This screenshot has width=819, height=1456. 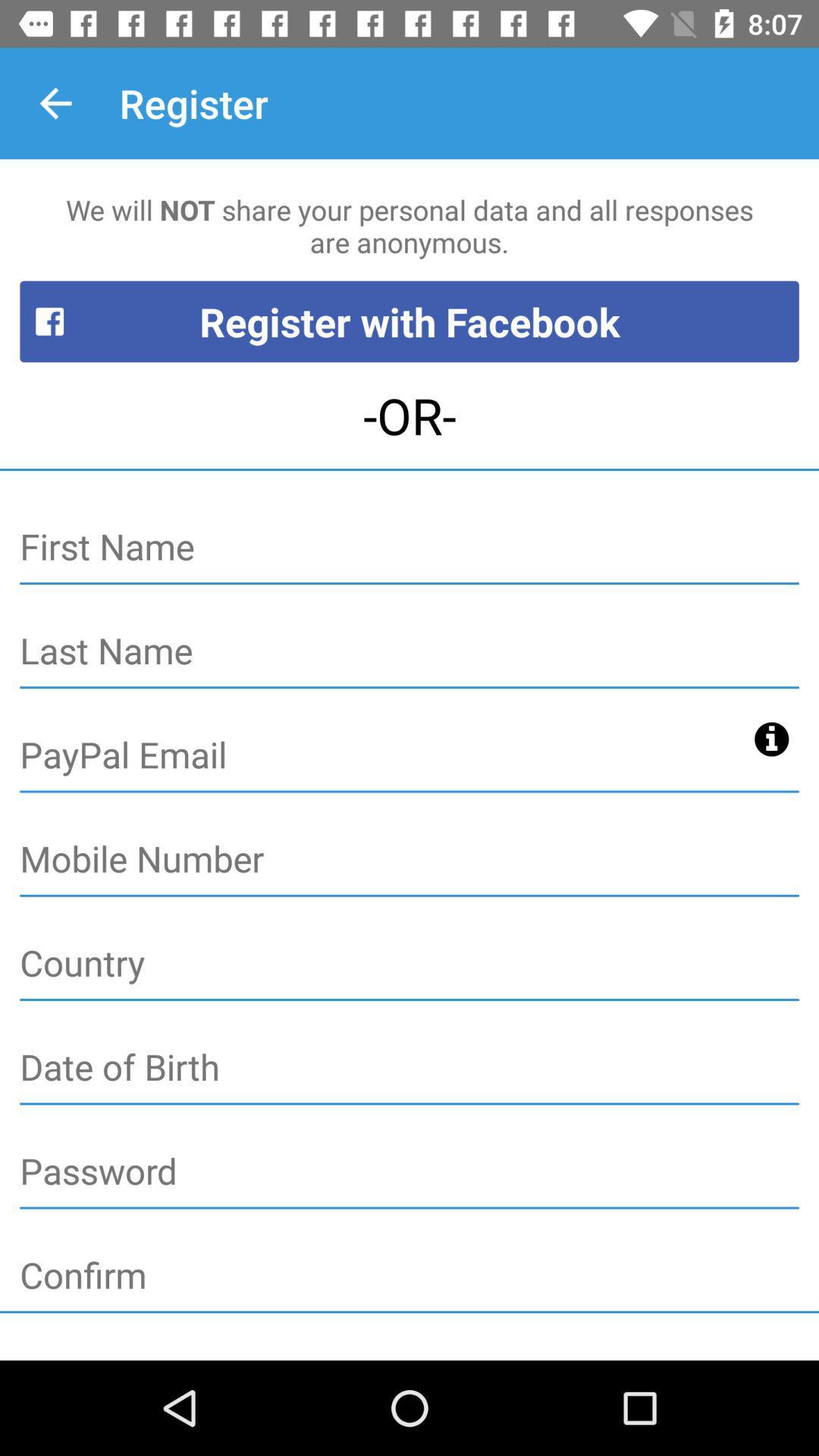 I want to click on paypal email, so click(x=381, y=756).